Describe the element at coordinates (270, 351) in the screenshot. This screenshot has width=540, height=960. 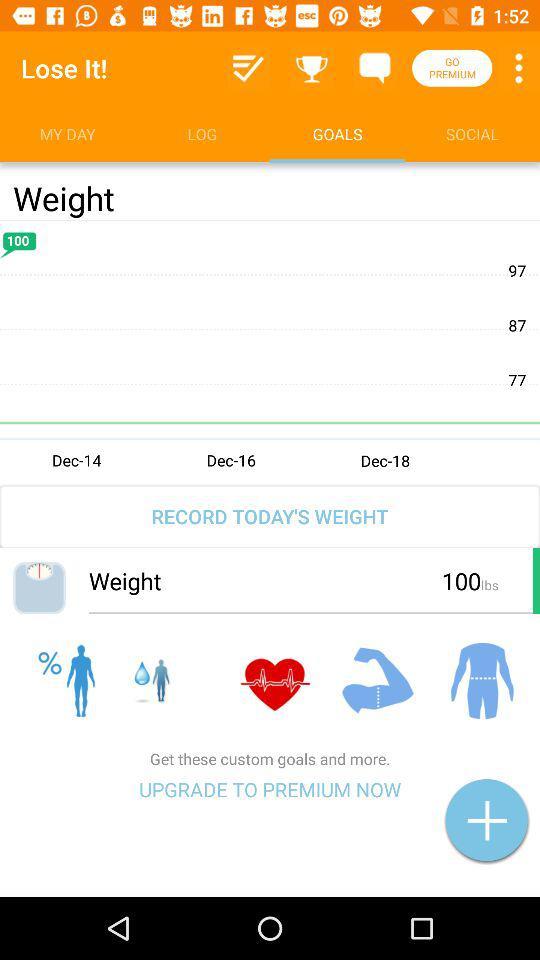
I see `item above the record today s item` at that location.